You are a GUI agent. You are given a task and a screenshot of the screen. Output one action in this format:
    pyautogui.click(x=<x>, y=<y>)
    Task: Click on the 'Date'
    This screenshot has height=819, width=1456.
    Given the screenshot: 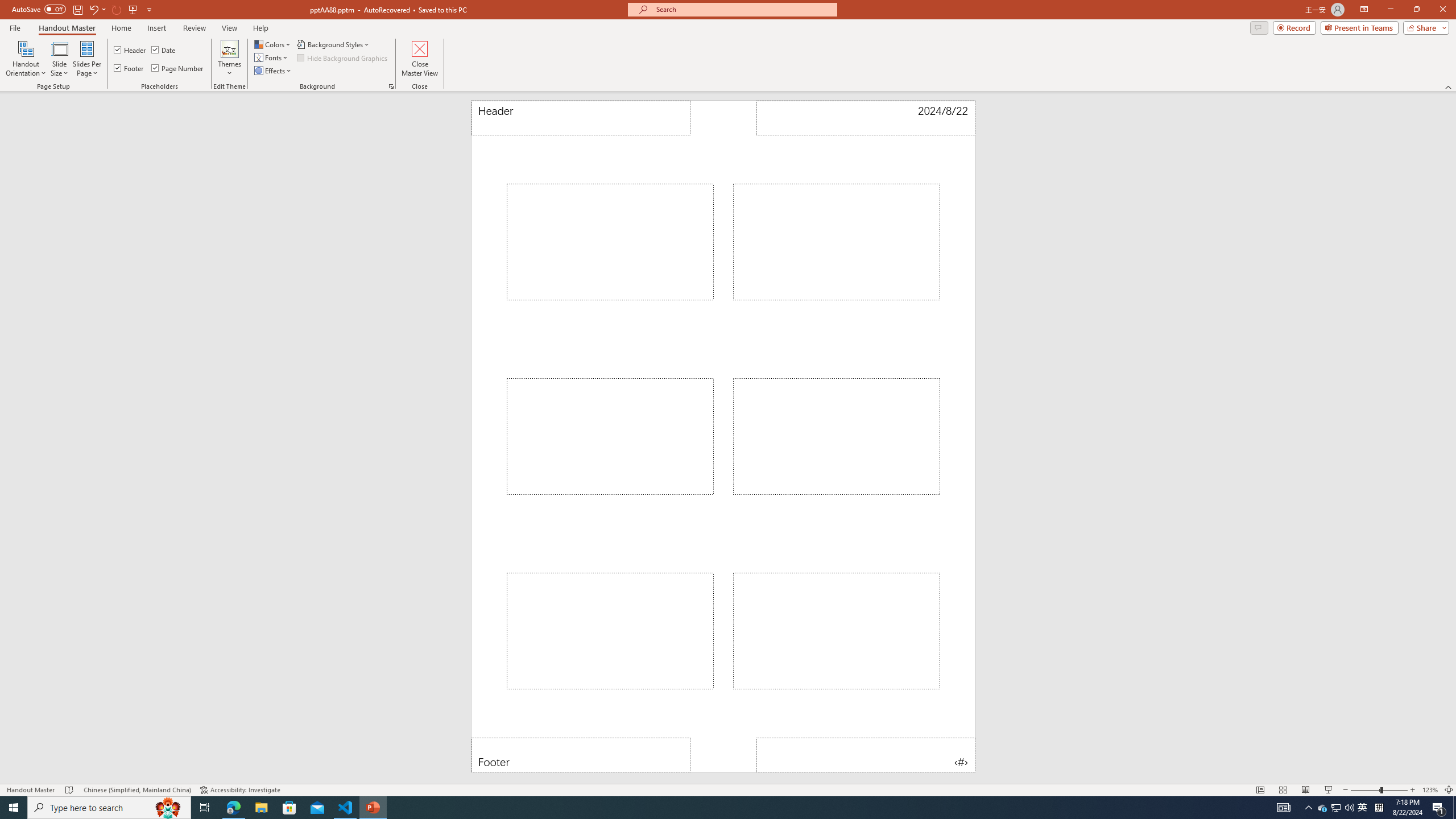 What is the action you would take?
    pyautogui.click(x=164, y=49)
    